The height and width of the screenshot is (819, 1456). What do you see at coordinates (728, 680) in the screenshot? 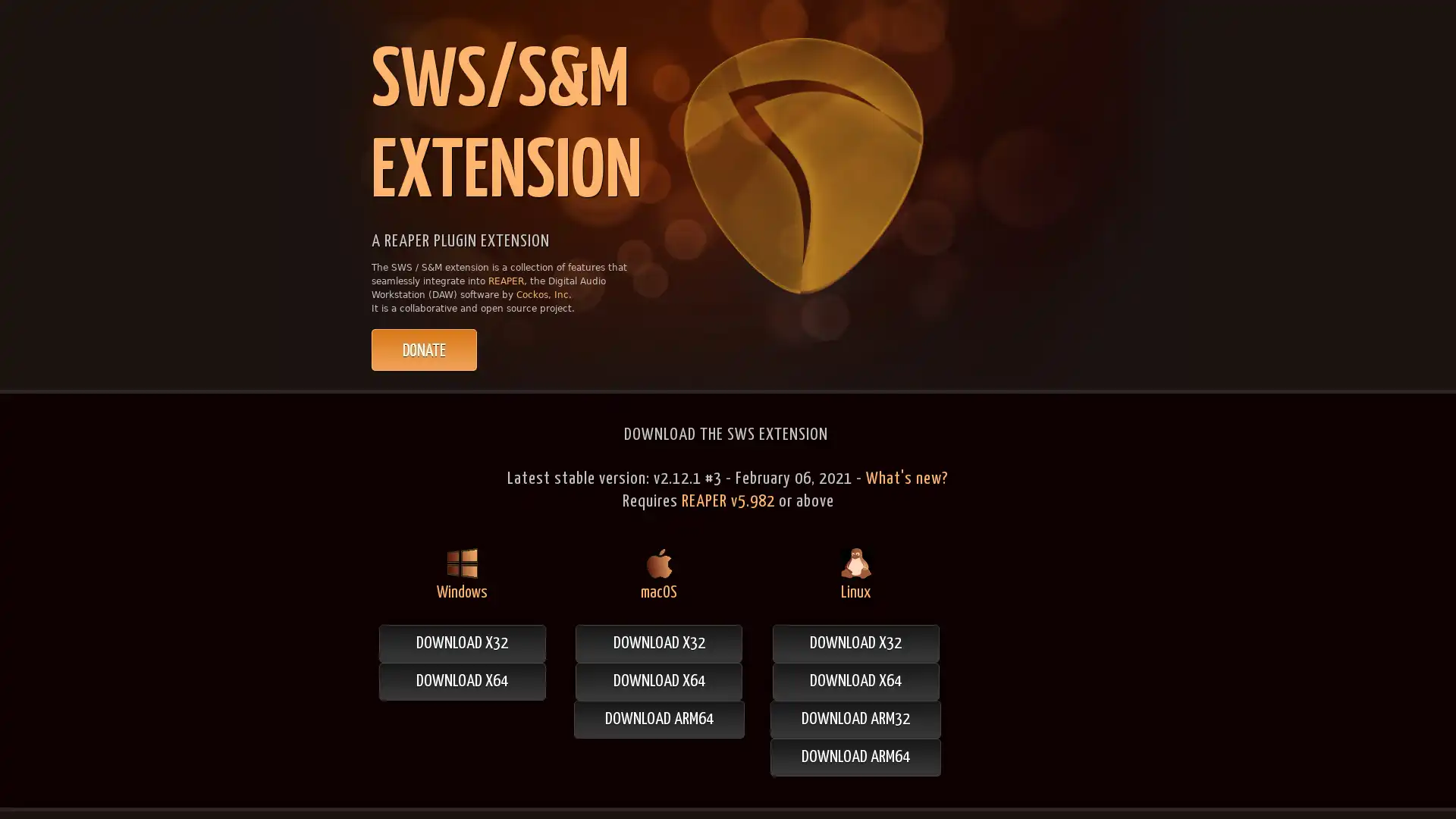
I see `DOWNLOAD X64` at bounding box center [728, 680].